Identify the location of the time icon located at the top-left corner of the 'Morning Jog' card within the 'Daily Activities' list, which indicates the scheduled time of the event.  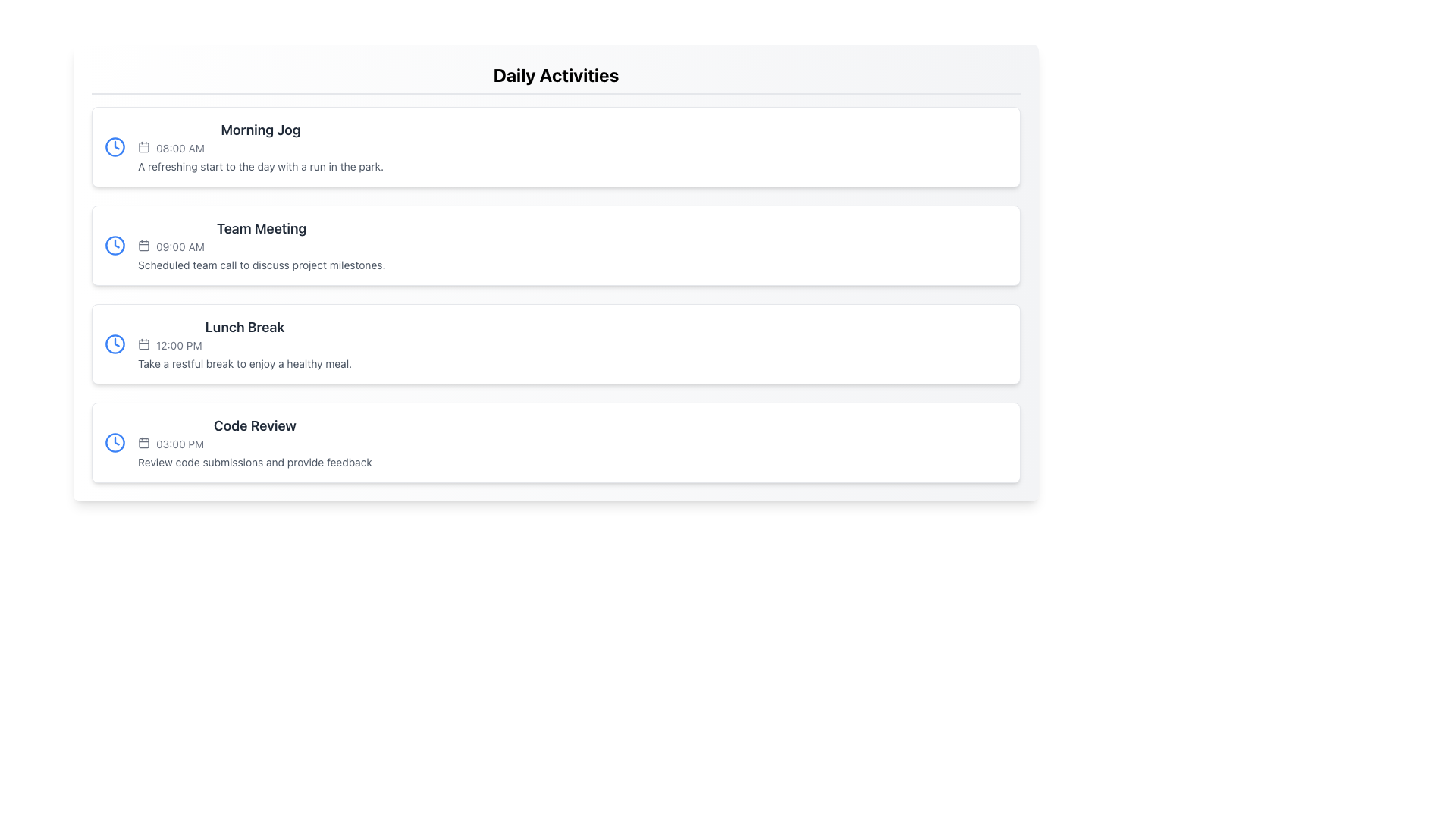
(115, 146).